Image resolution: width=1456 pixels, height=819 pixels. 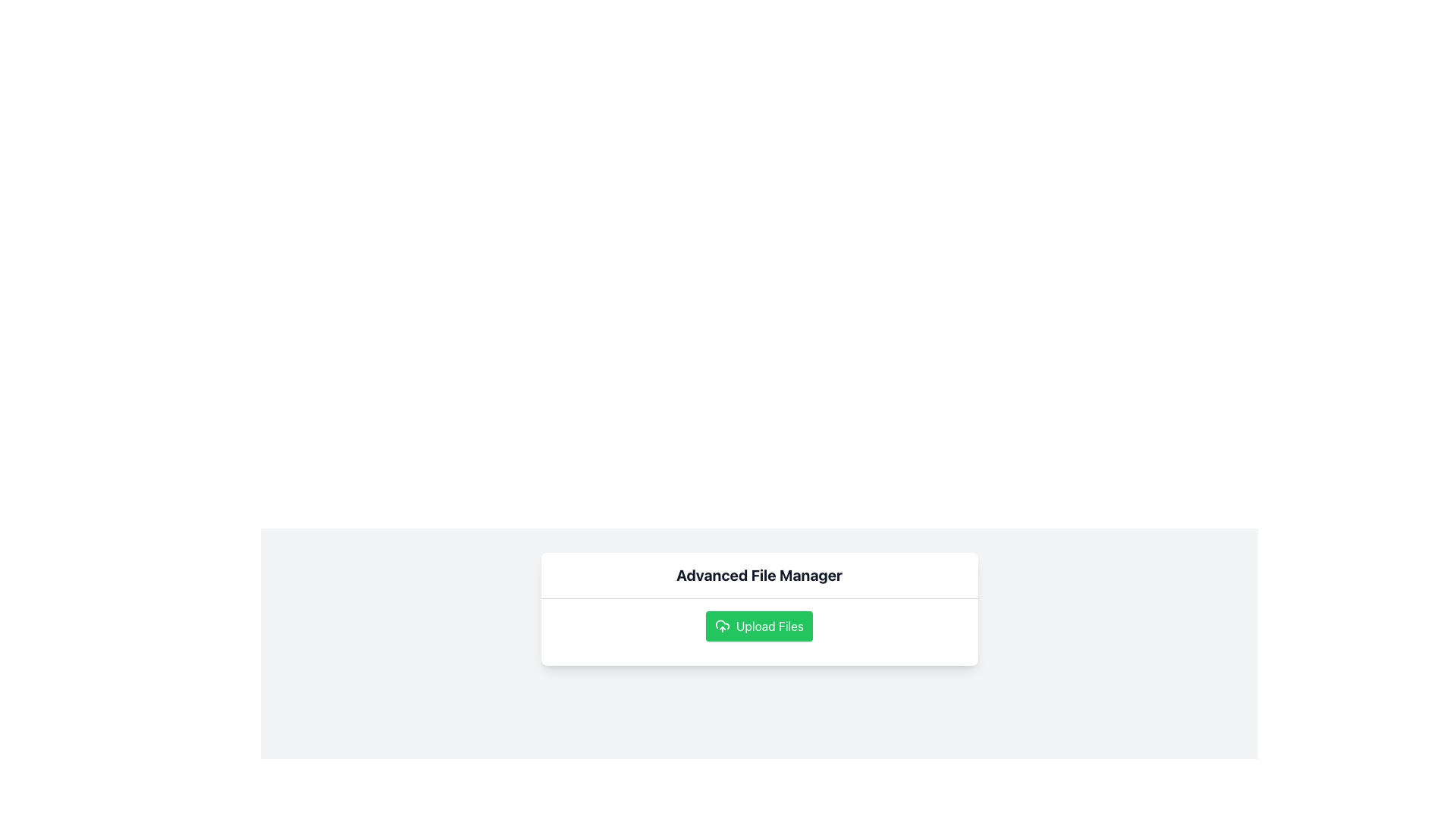 I want to click on the upload button located within the white card below the 'Advanced File Manager' heading to initiate the file upload process, so click(x=759, y=632).